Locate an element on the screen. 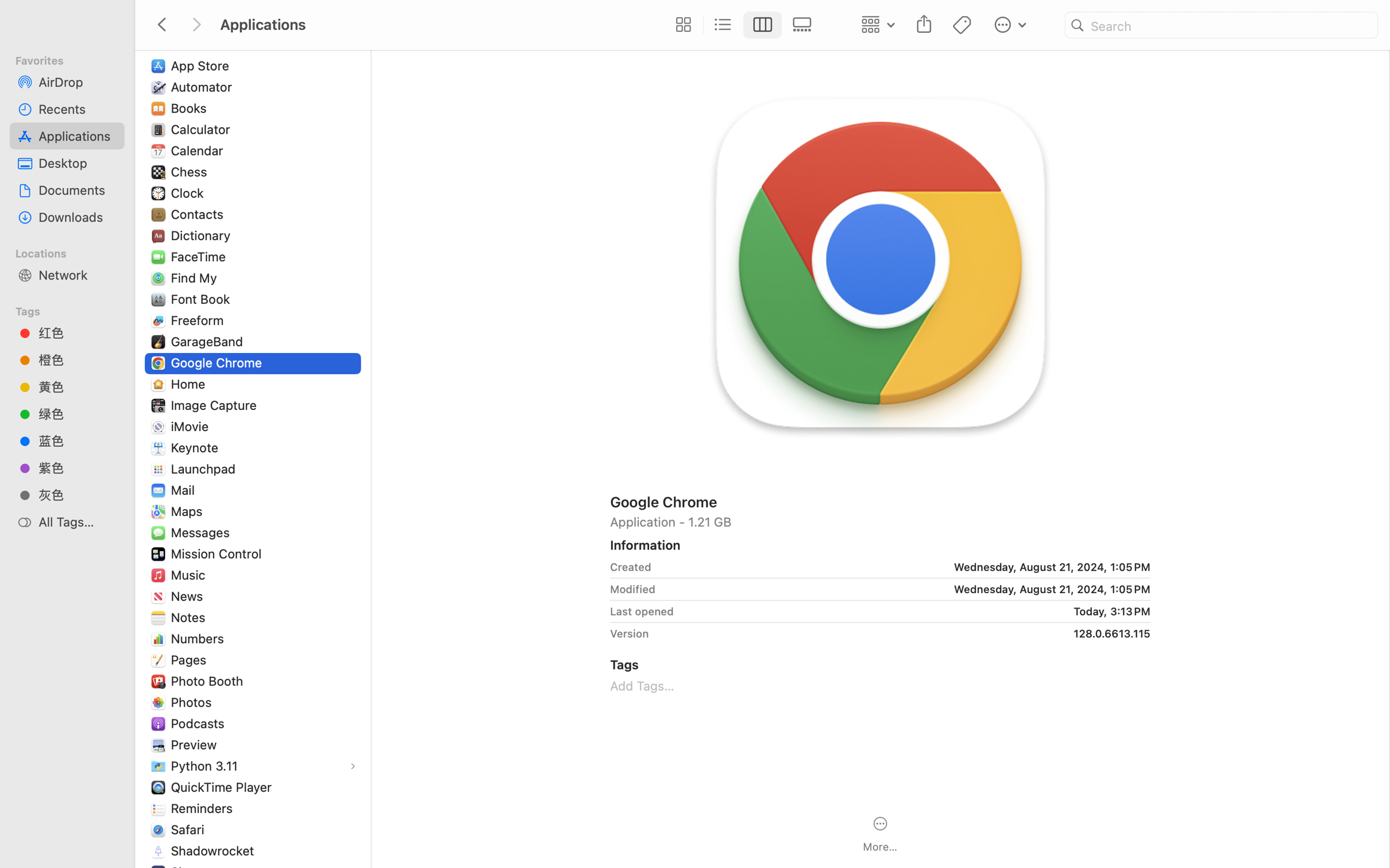 Image resolution: width=1390 pixels, height=868 pixels. 'Modified' is located at coordinates (632, 589).